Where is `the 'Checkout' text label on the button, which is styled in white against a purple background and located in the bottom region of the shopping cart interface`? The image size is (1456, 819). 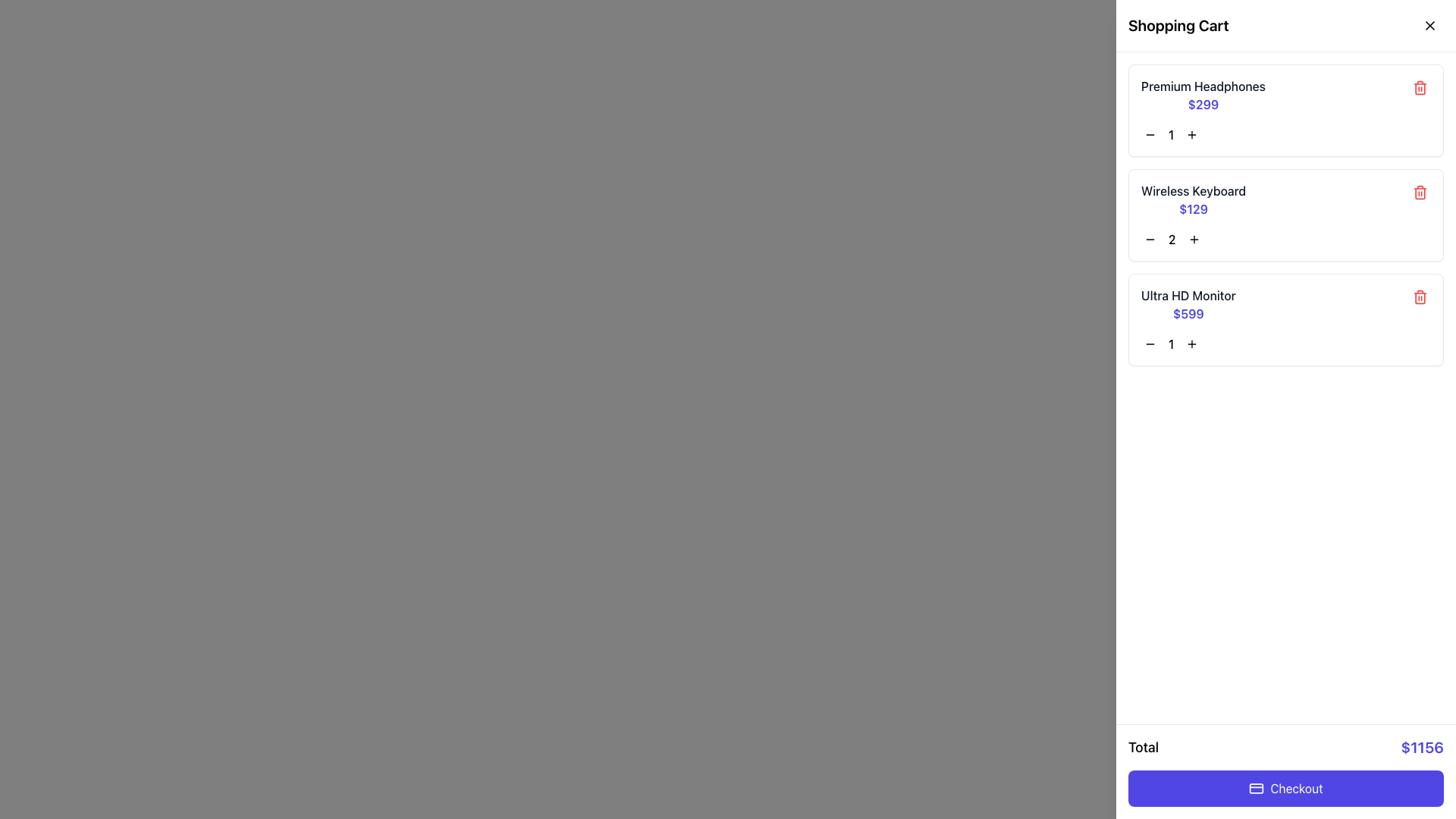 the 'Checkout' text label on the button, which is styled in white against a purple background and located in the bottom region of the shopping cart interface is located at coordinates (1295, 788).